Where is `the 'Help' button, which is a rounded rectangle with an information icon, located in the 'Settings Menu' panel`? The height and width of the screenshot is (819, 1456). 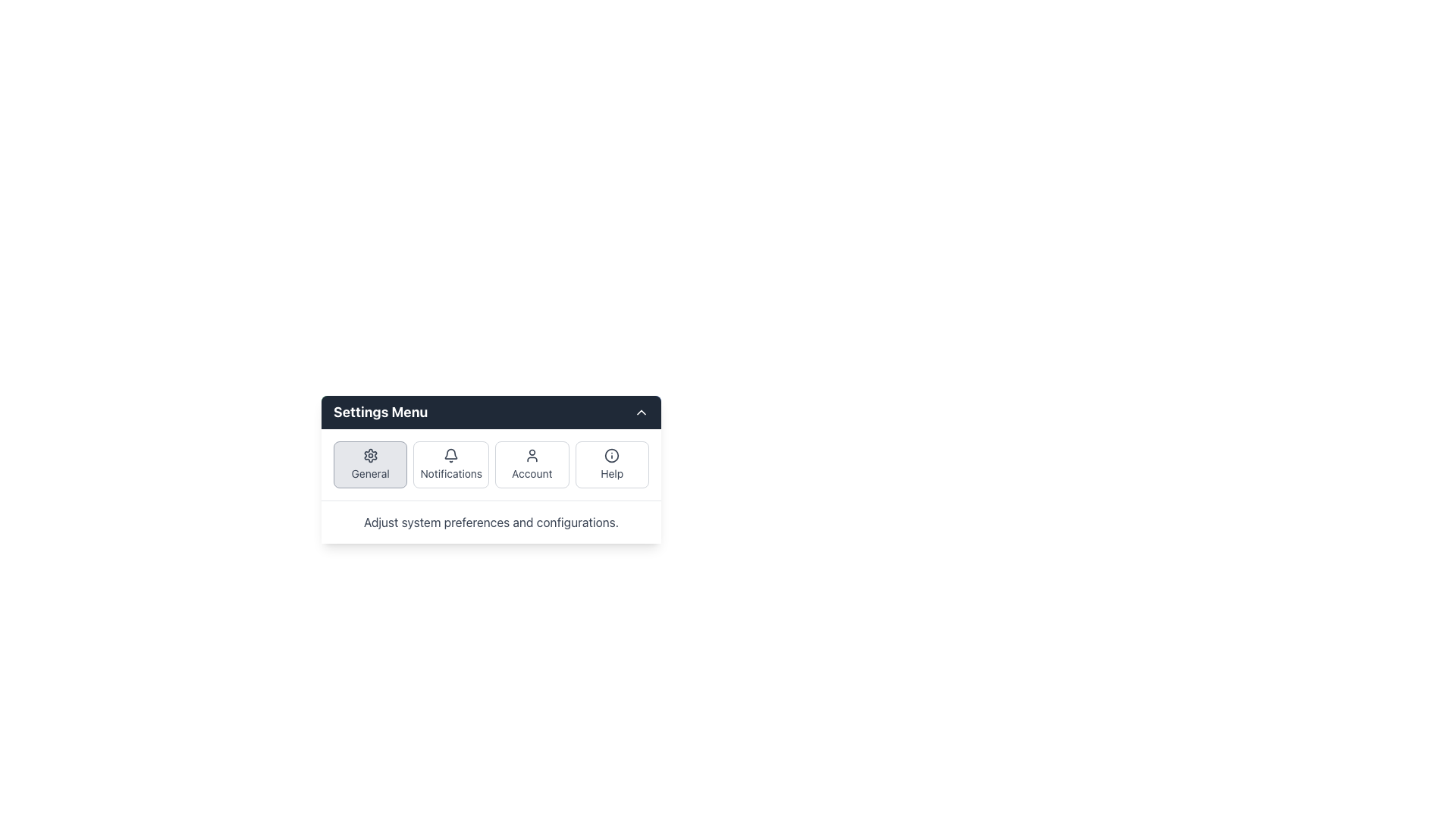 the 'Help' button, which is a rounded rectangle with an information icon, located in the 'Settings Menu' panel is located at coordinates (612, 464).